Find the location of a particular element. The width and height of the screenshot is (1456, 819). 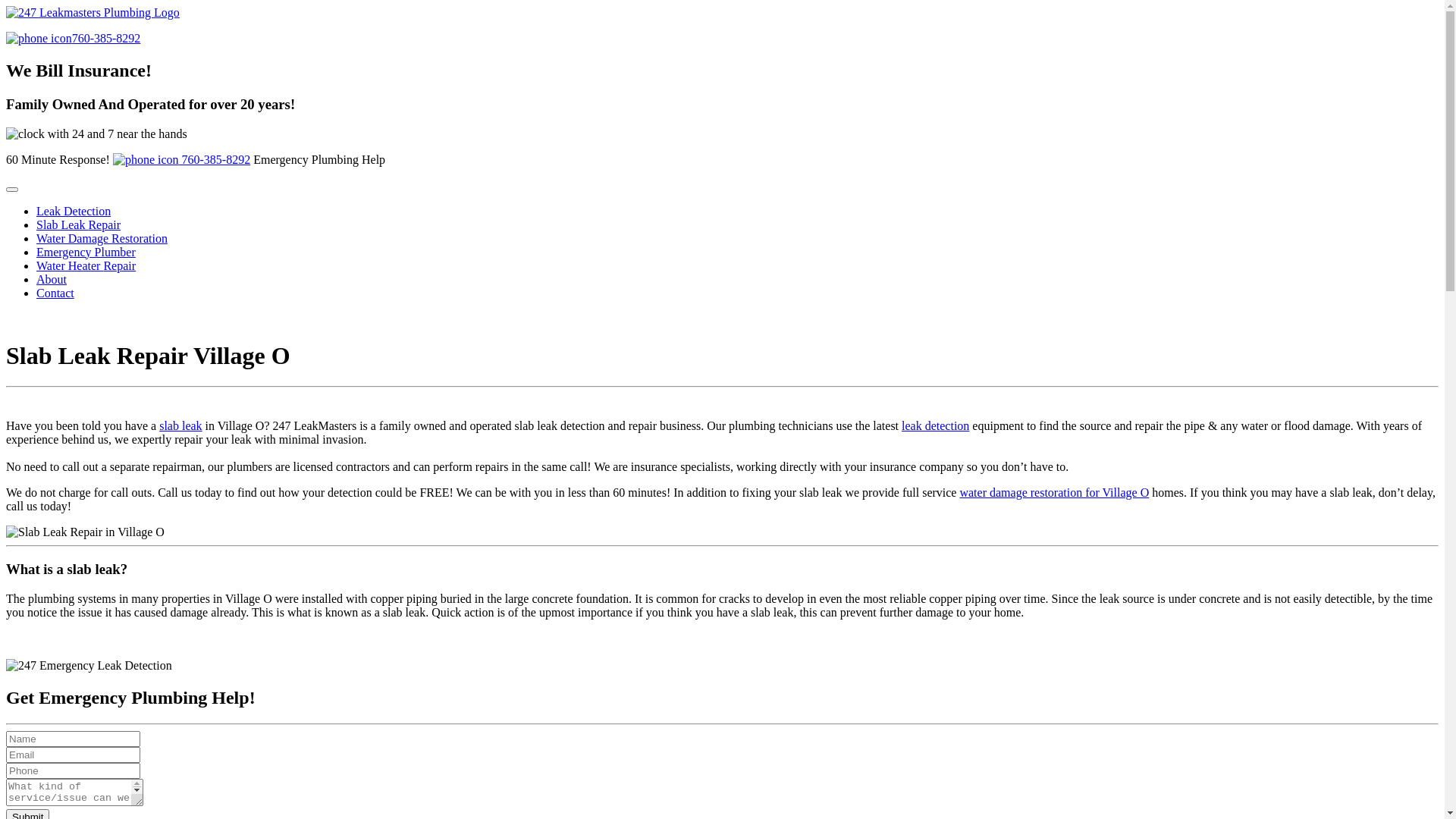

'slab leak' is located at coordinates (180, 425).